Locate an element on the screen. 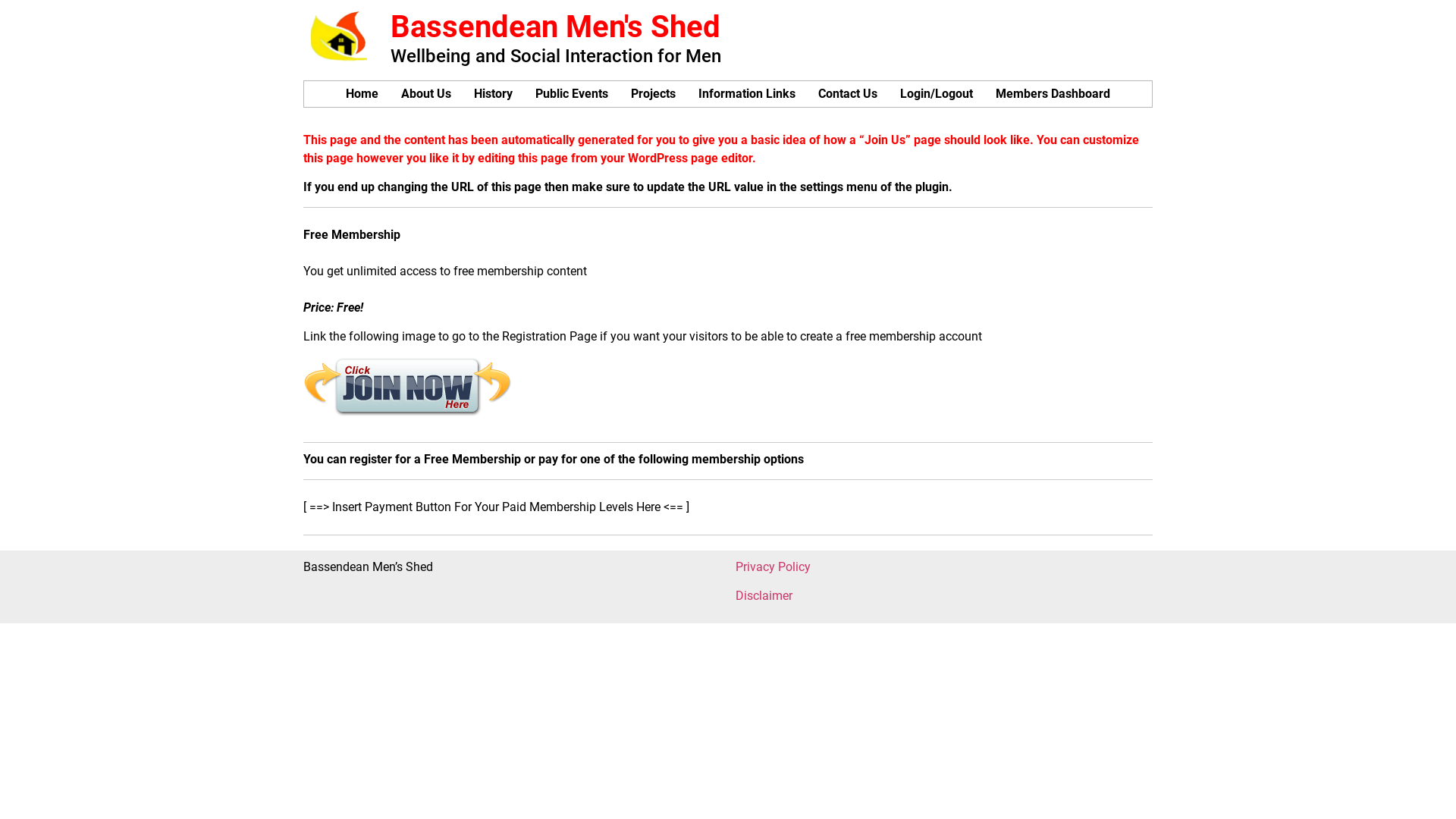 The width and height of the screenshot is (1456, 819). 'History' is located at coordinates (493, 93).